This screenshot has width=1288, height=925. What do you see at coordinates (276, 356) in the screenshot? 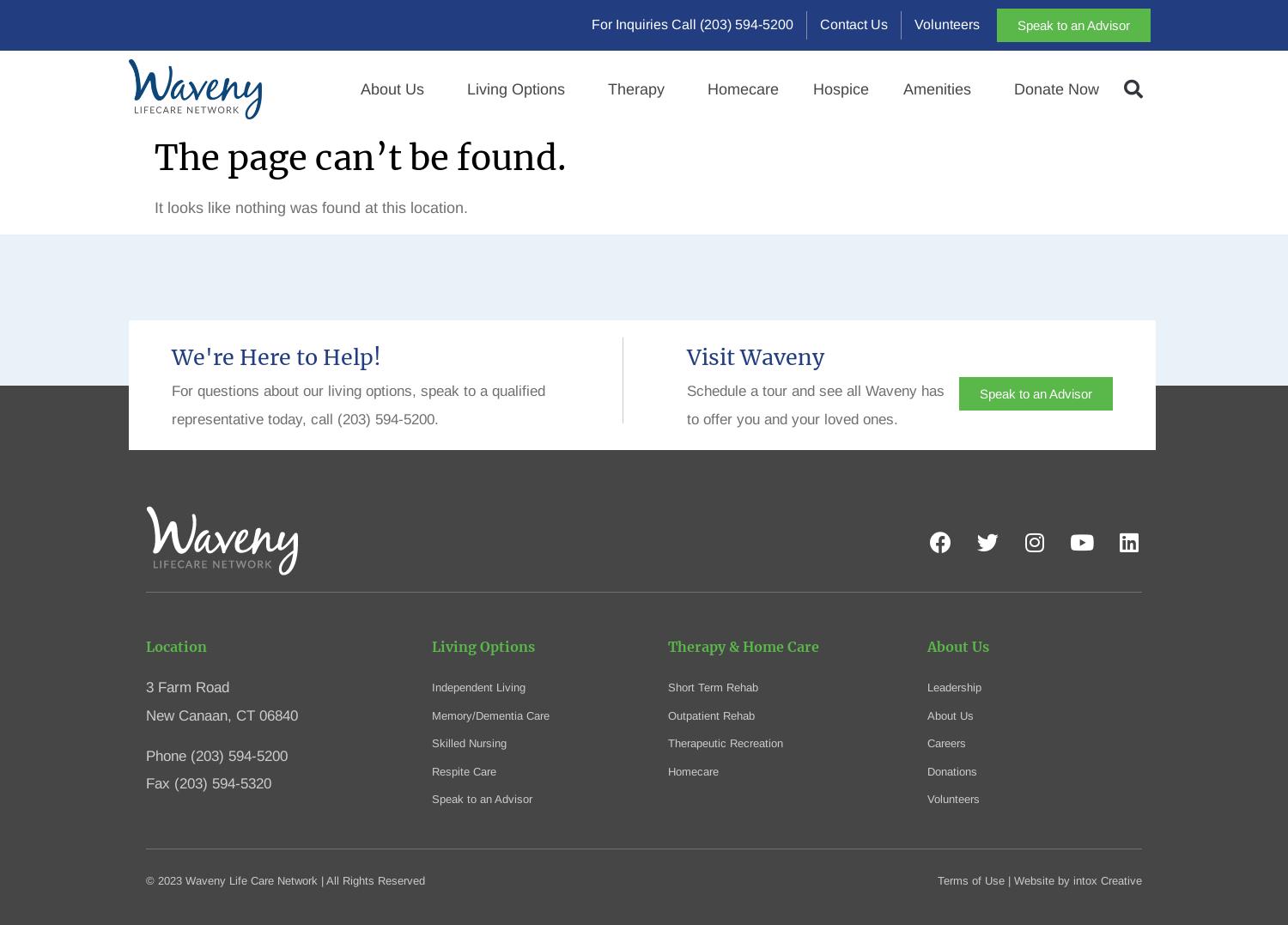
I see `'We're Here to Help!'` at bounding box center [276, 356].